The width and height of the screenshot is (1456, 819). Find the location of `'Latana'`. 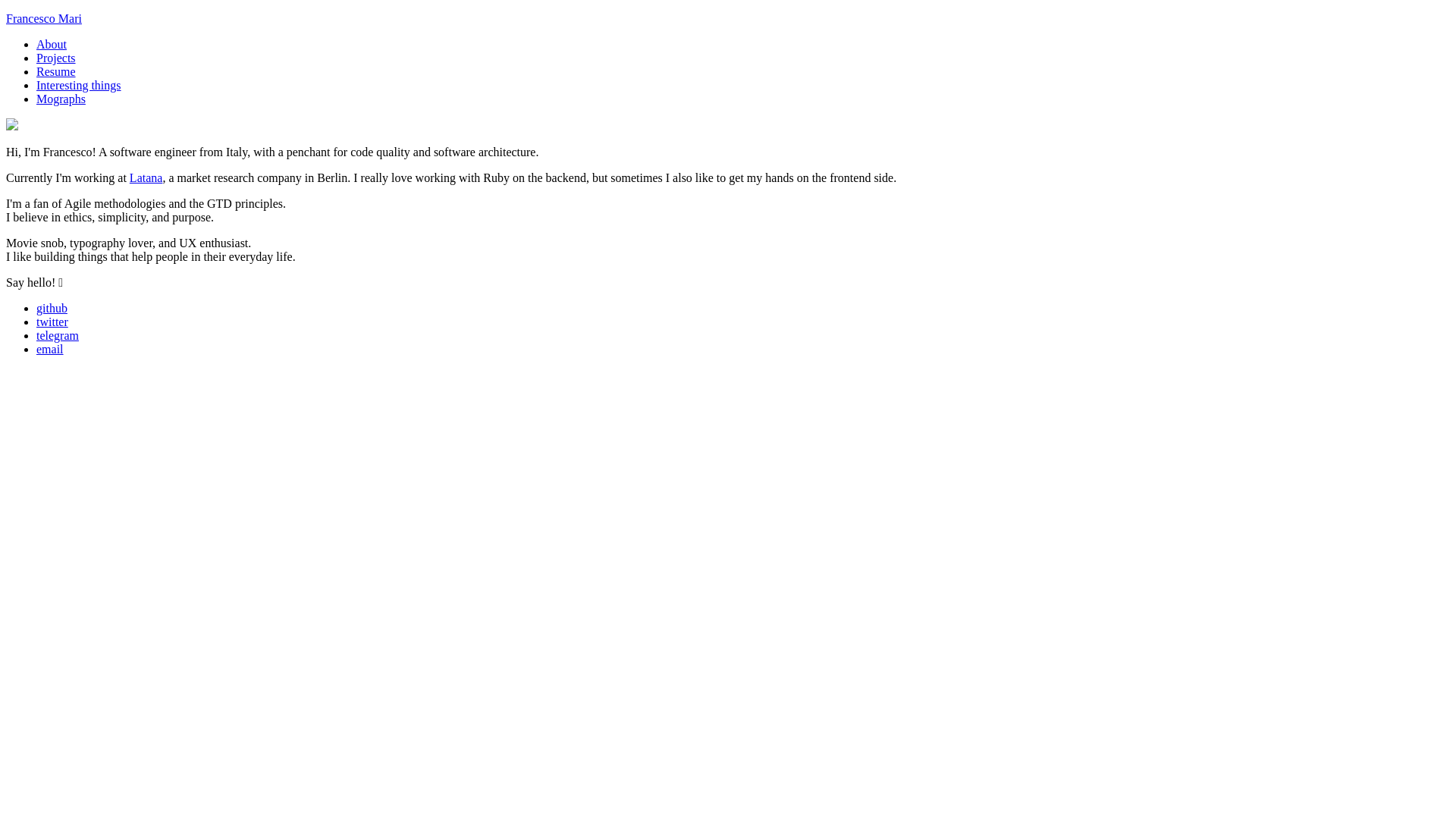

'Latana' is located at coordinates (146, 177).